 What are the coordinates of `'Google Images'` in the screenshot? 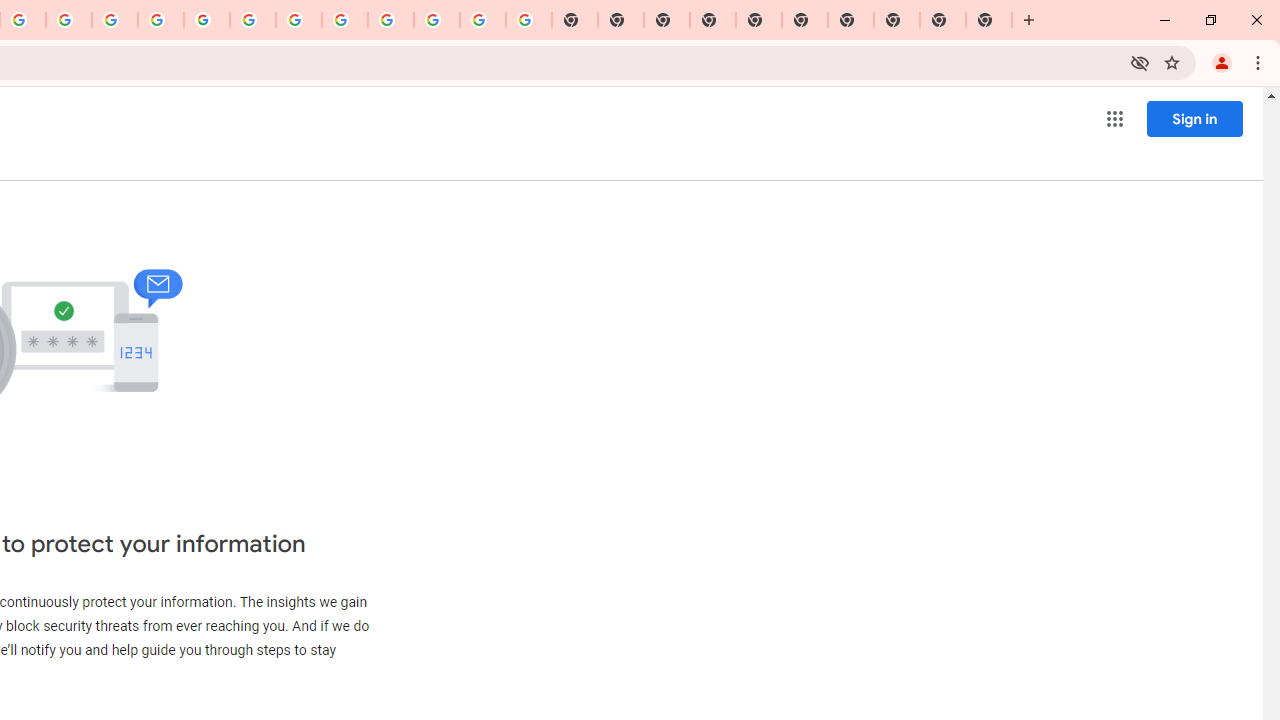 It's located at (528, 20).